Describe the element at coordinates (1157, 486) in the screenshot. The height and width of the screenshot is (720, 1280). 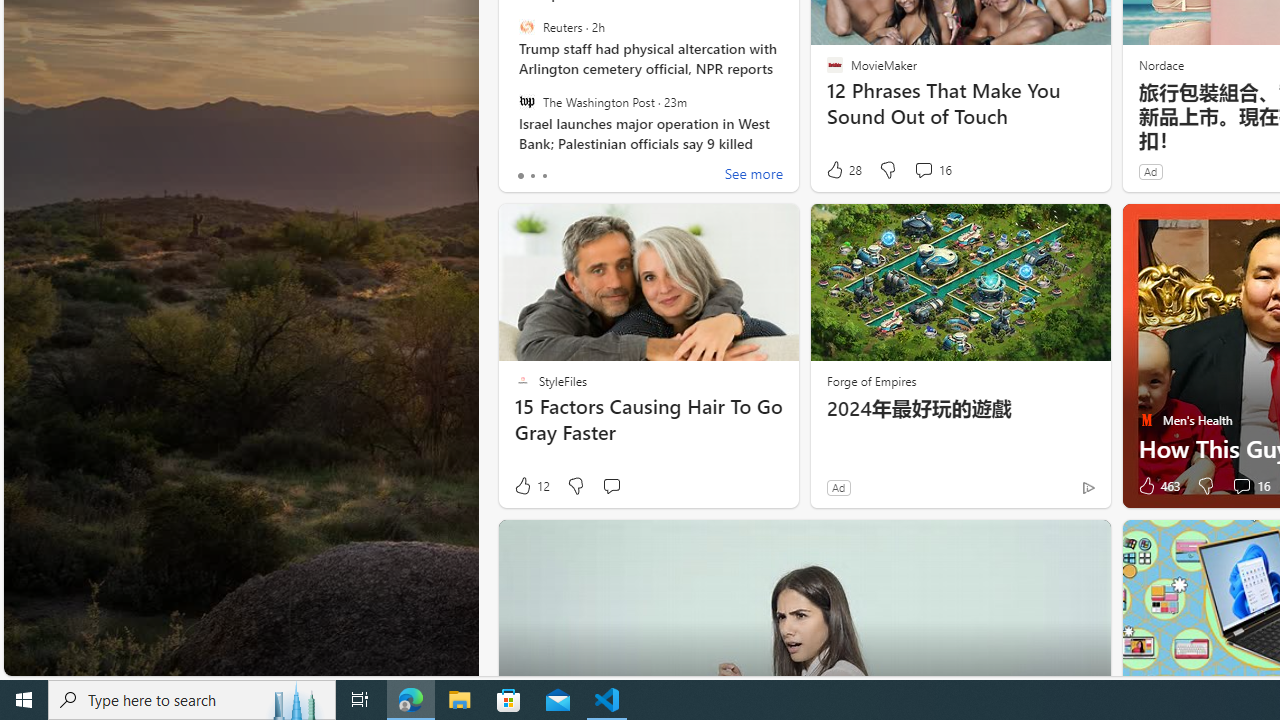
I see `'463 Like'` at that location.